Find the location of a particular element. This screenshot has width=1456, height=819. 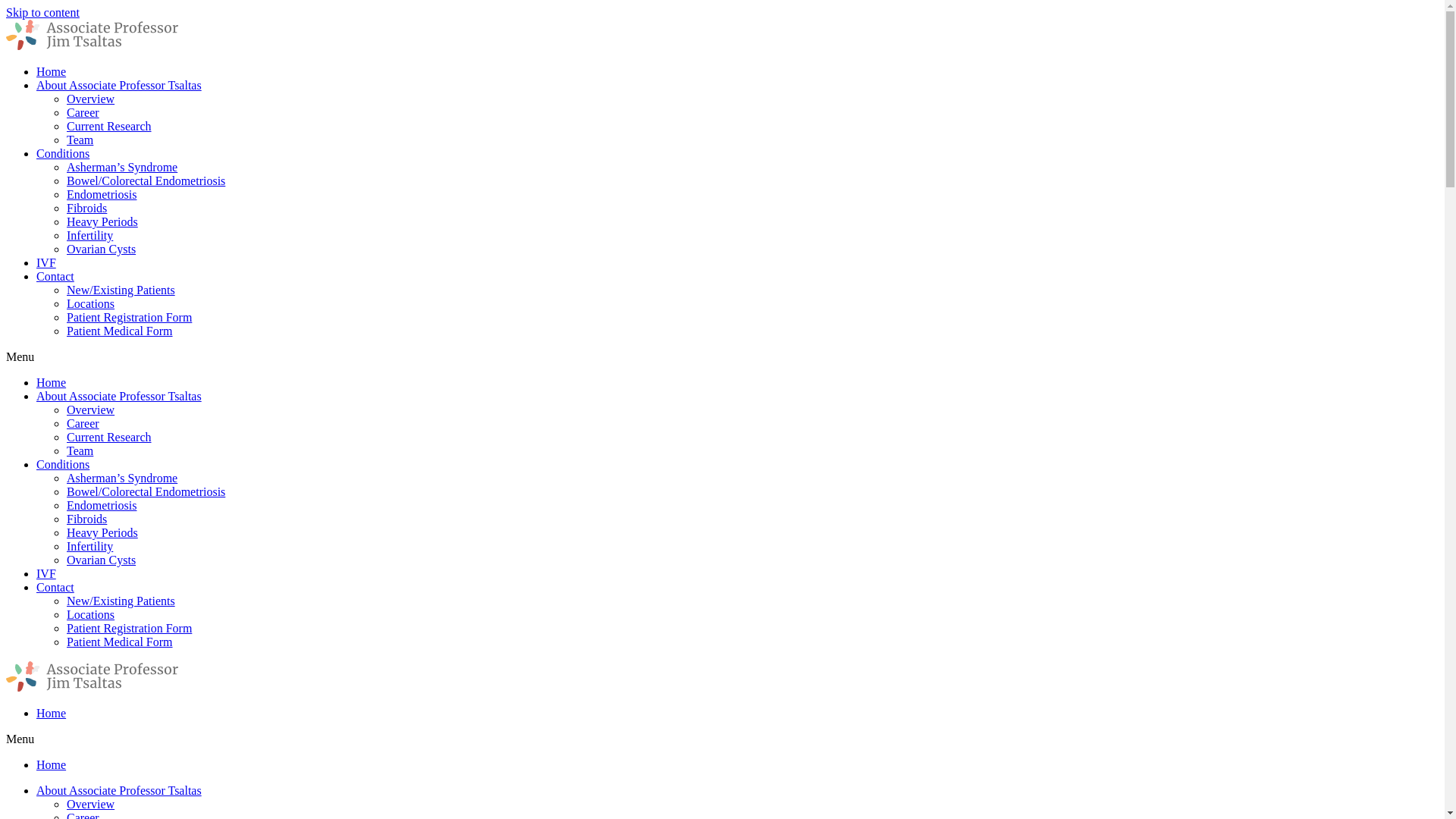

'Ovarian Cysts' is located at coordinates (100, 560).